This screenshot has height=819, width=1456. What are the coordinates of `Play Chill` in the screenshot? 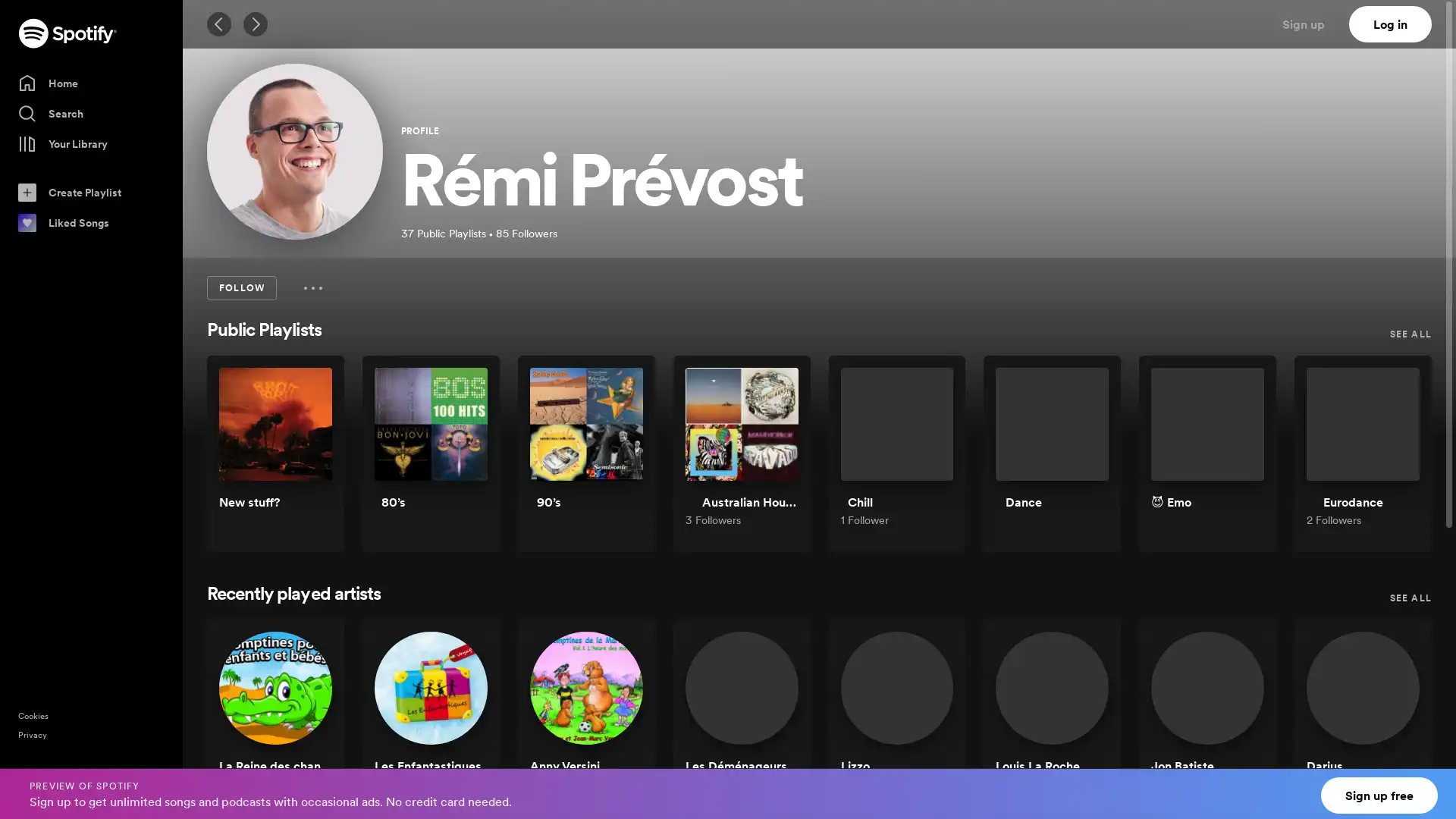 It's located at (927, 461).